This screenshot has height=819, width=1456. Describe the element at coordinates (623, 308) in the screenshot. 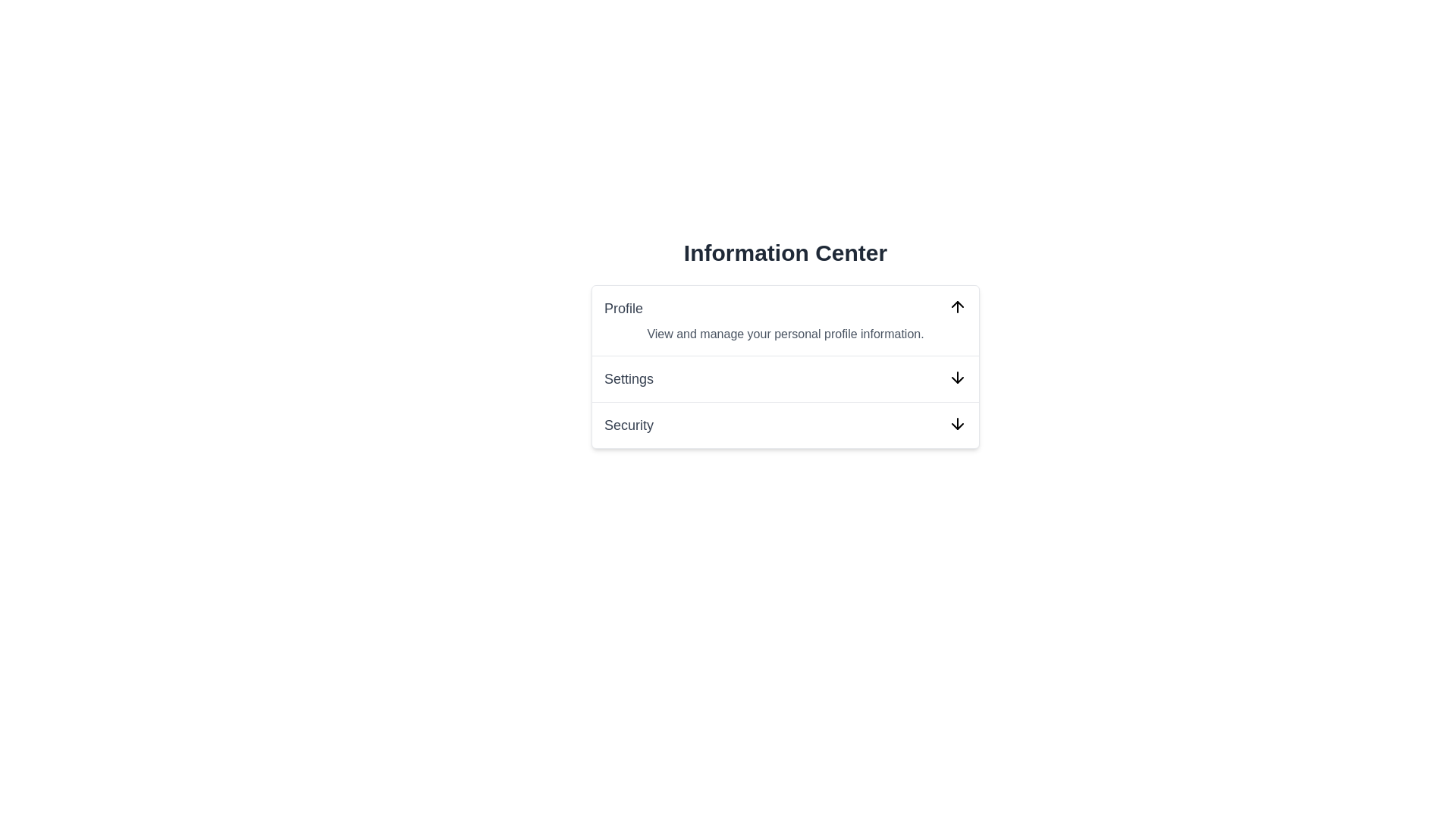

I see `the text label reading 'Profile' which is styled in bold gray (#707070) and located in the top section of the 'Information Center' group` at that location.